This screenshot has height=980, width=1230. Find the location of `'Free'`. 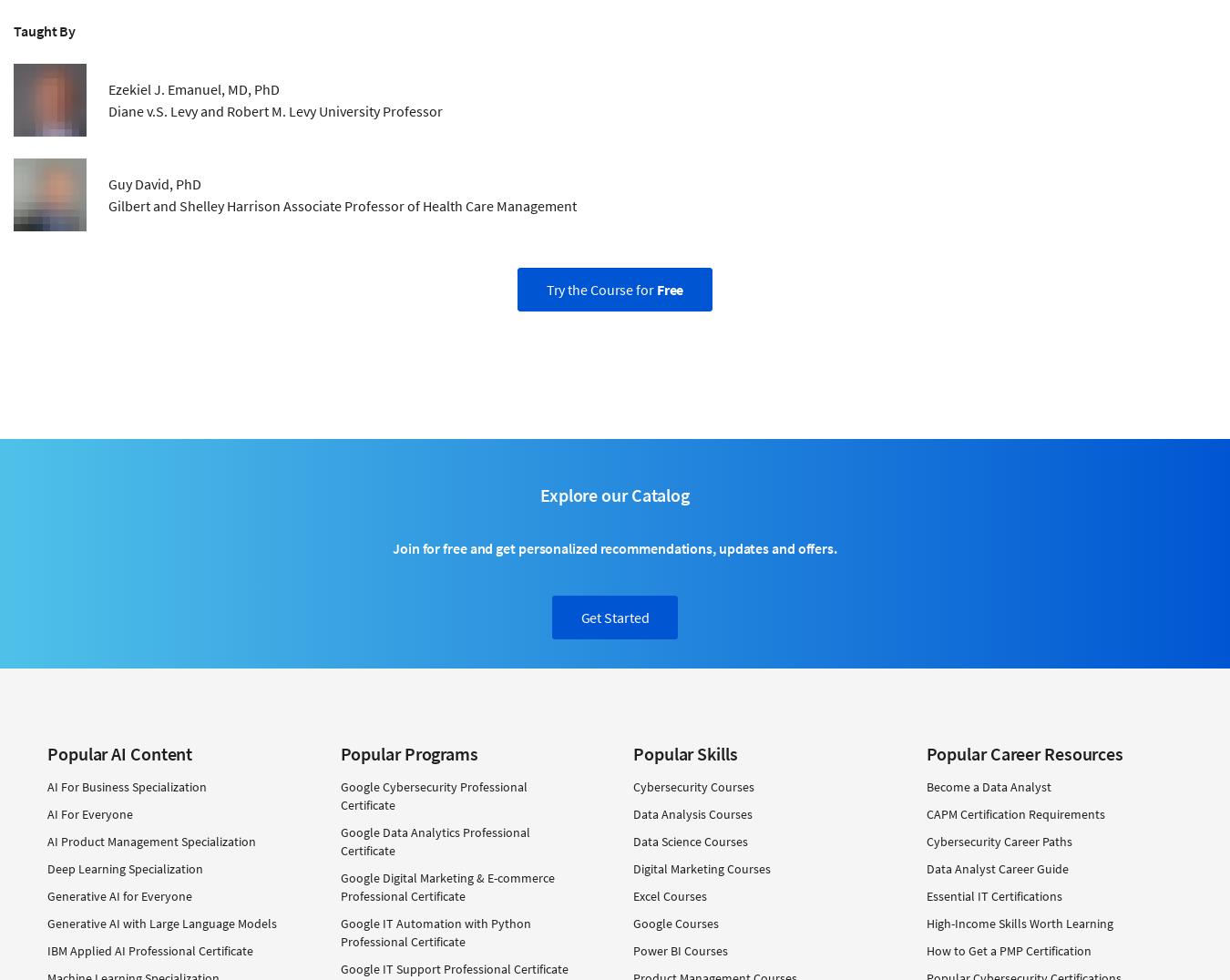

'Free' is located at coordinates (654, 289).